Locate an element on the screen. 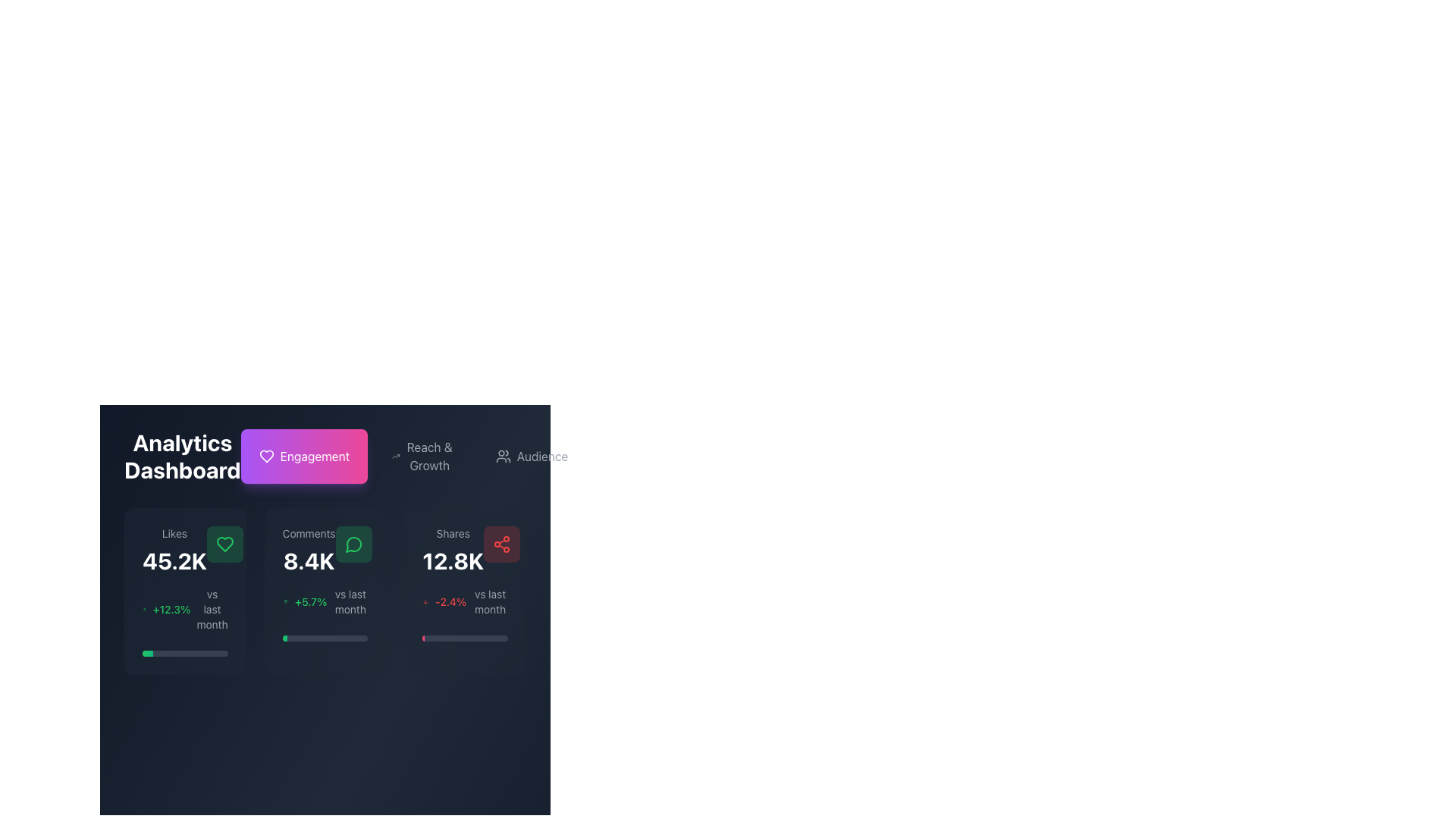 This screenshot has height=819, width=1456. the title or heading text element related to analytics is located at coordinates (182, 455).